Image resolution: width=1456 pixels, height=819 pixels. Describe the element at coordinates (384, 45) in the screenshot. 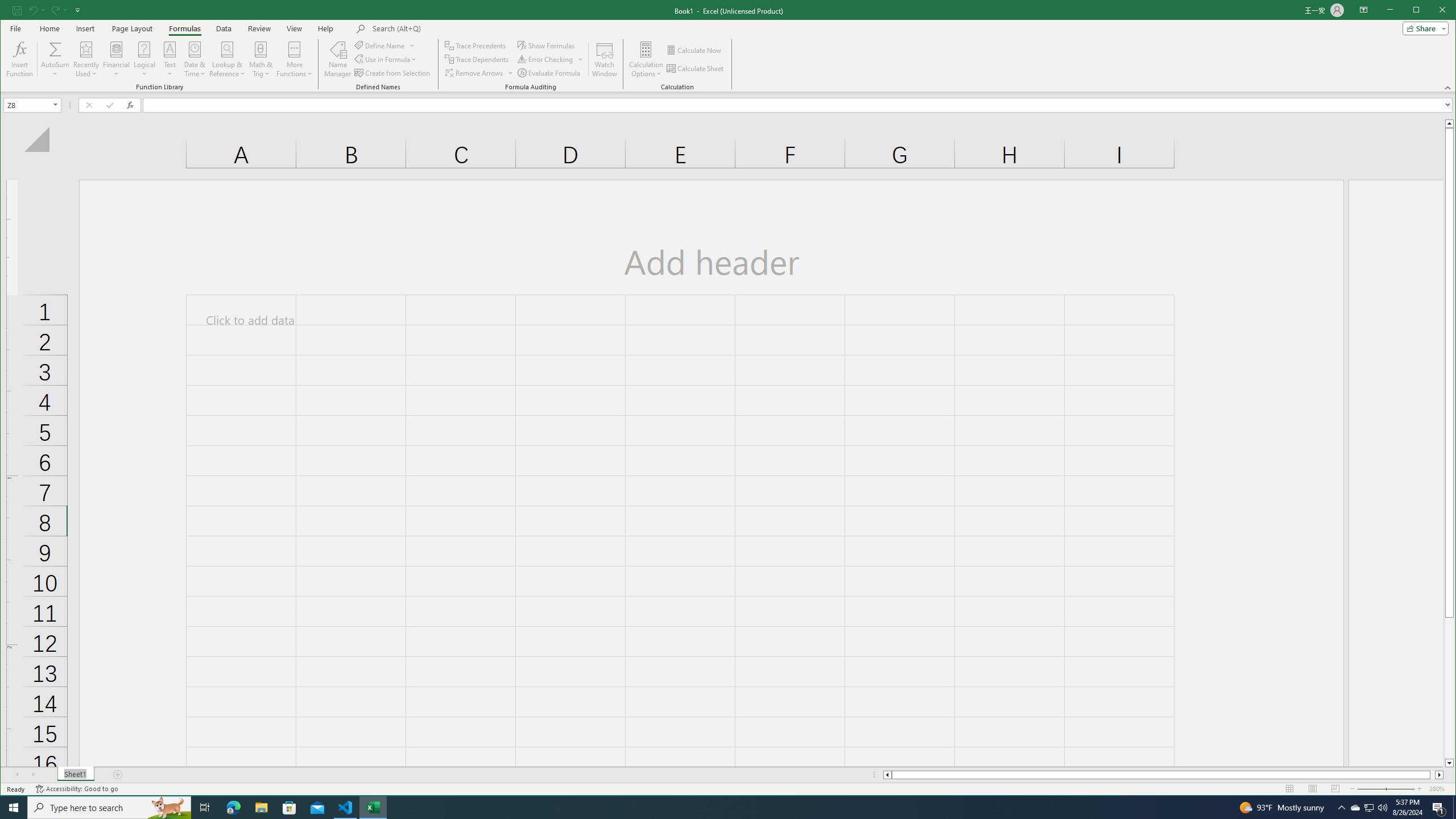

I see `'Define Name'` at that location.